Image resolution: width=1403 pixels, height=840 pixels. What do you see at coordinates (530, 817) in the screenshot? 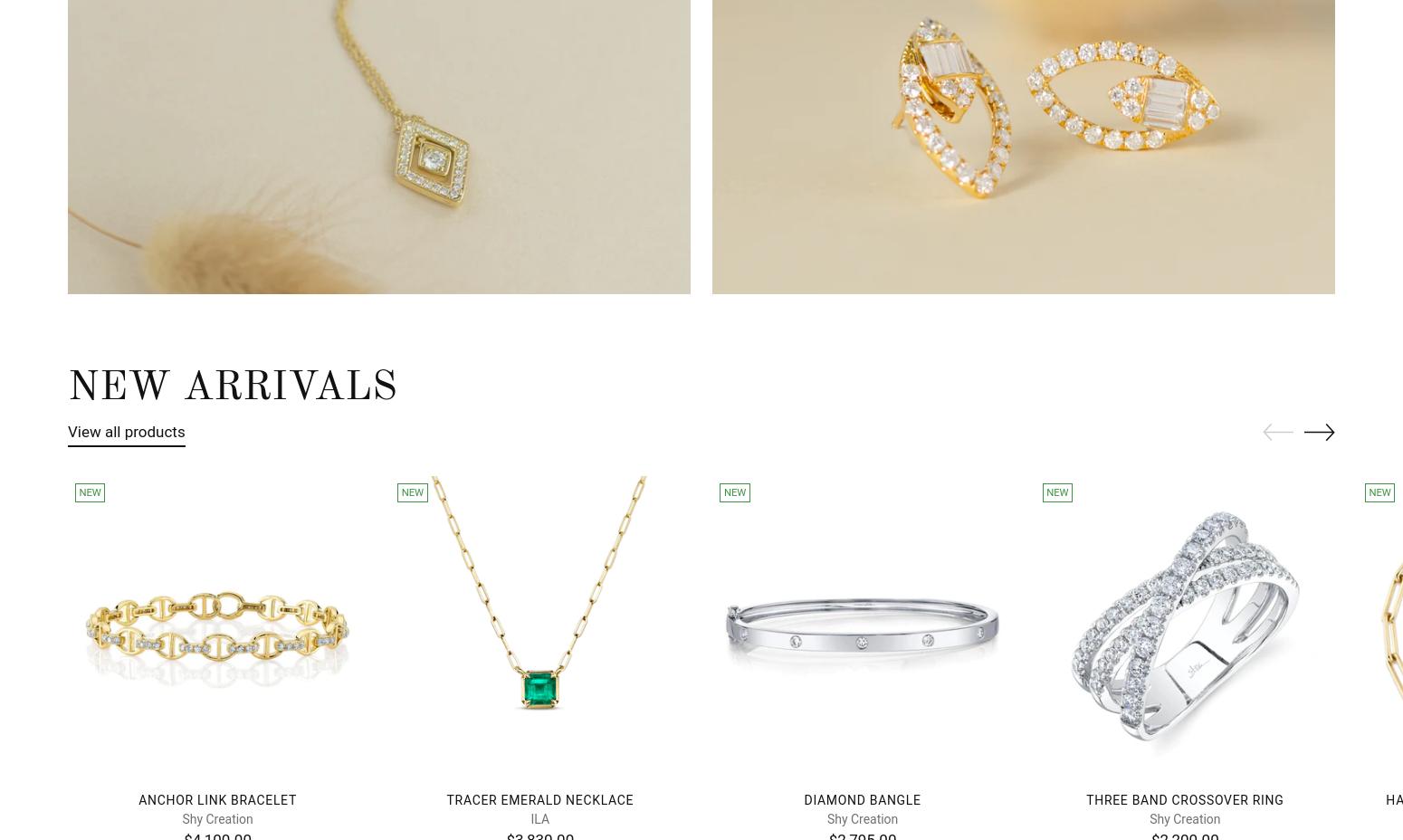
I see `'ILA'` at bounding box center [530, 817].